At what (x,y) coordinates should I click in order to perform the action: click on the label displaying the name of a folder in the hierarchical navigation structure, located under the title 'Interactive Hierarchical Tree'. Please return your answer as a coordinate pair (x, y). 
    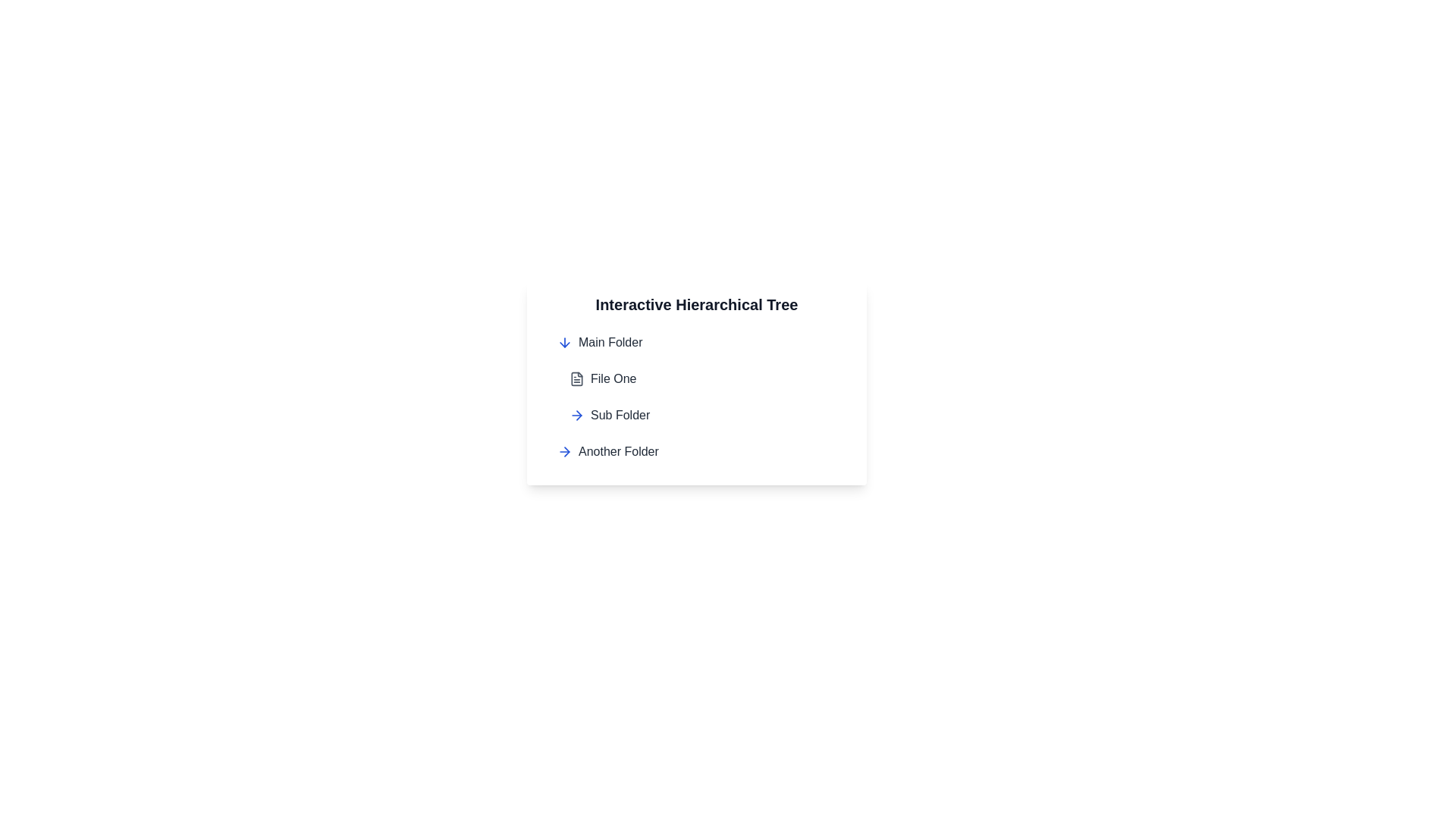
    Looking at the image, I should click on (610, 342).